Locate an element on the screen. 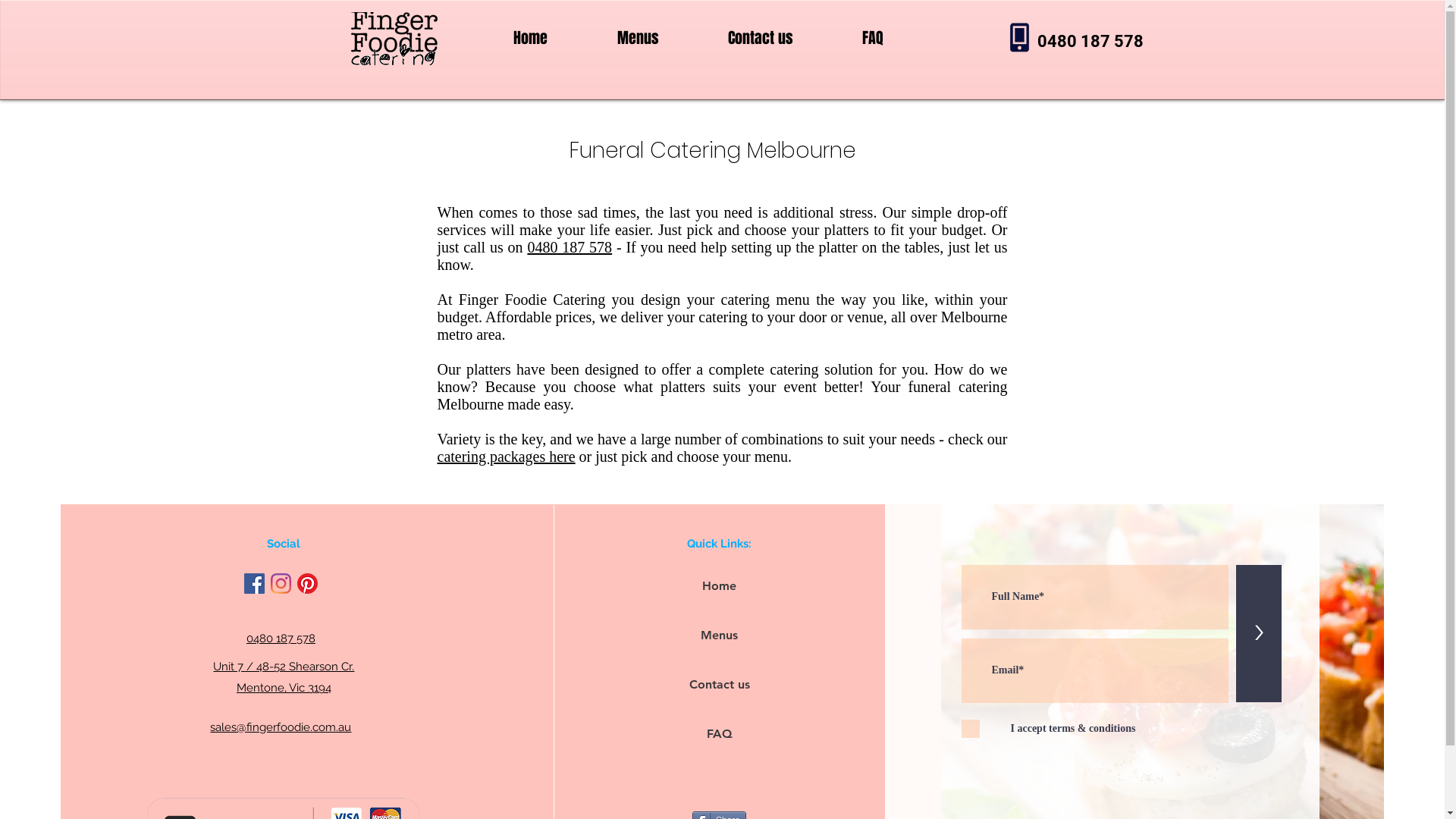 This screenshot has height=819, width=1456. 'Unit 7 / 48-52 Shearson Cr.' is located at coordinates (212, 666).